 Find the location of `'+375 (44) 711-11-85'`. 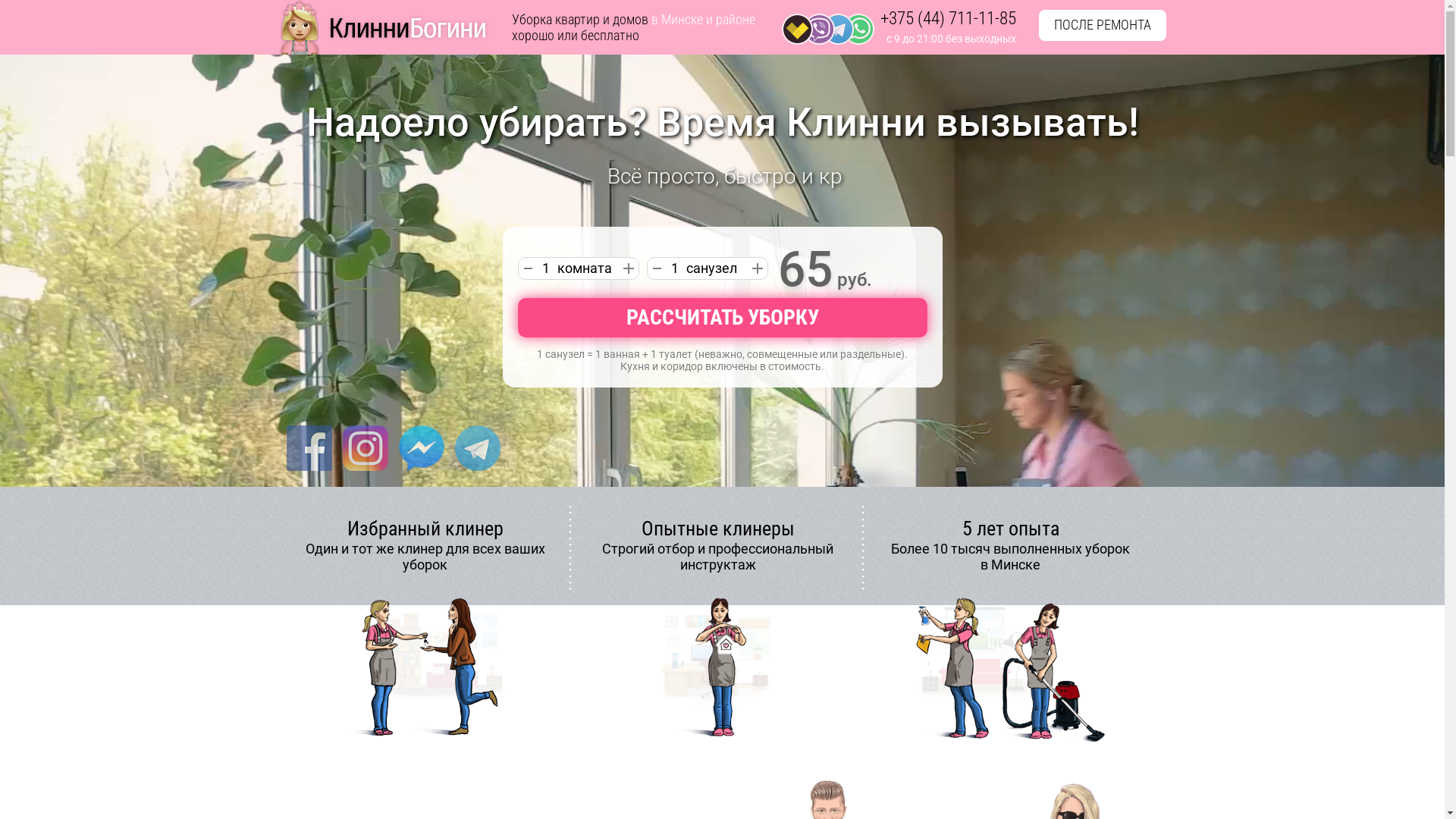

'+375 (44) 711-11-85' is located at coordinates (946, 18).